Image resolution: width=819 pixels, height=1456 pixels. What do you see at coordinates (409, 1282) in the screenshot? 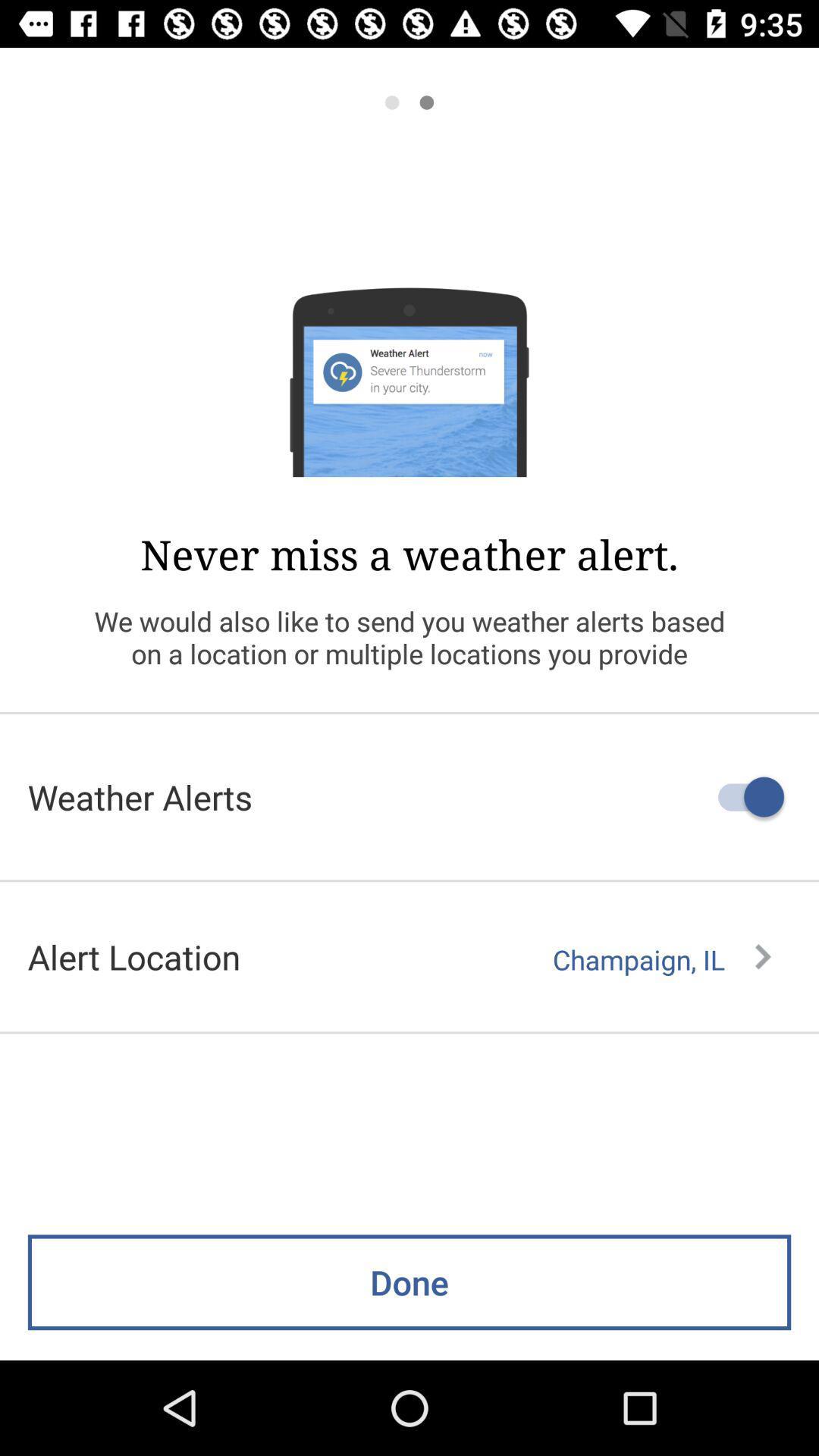
I see `the done` at bounding box center [409, 1282].